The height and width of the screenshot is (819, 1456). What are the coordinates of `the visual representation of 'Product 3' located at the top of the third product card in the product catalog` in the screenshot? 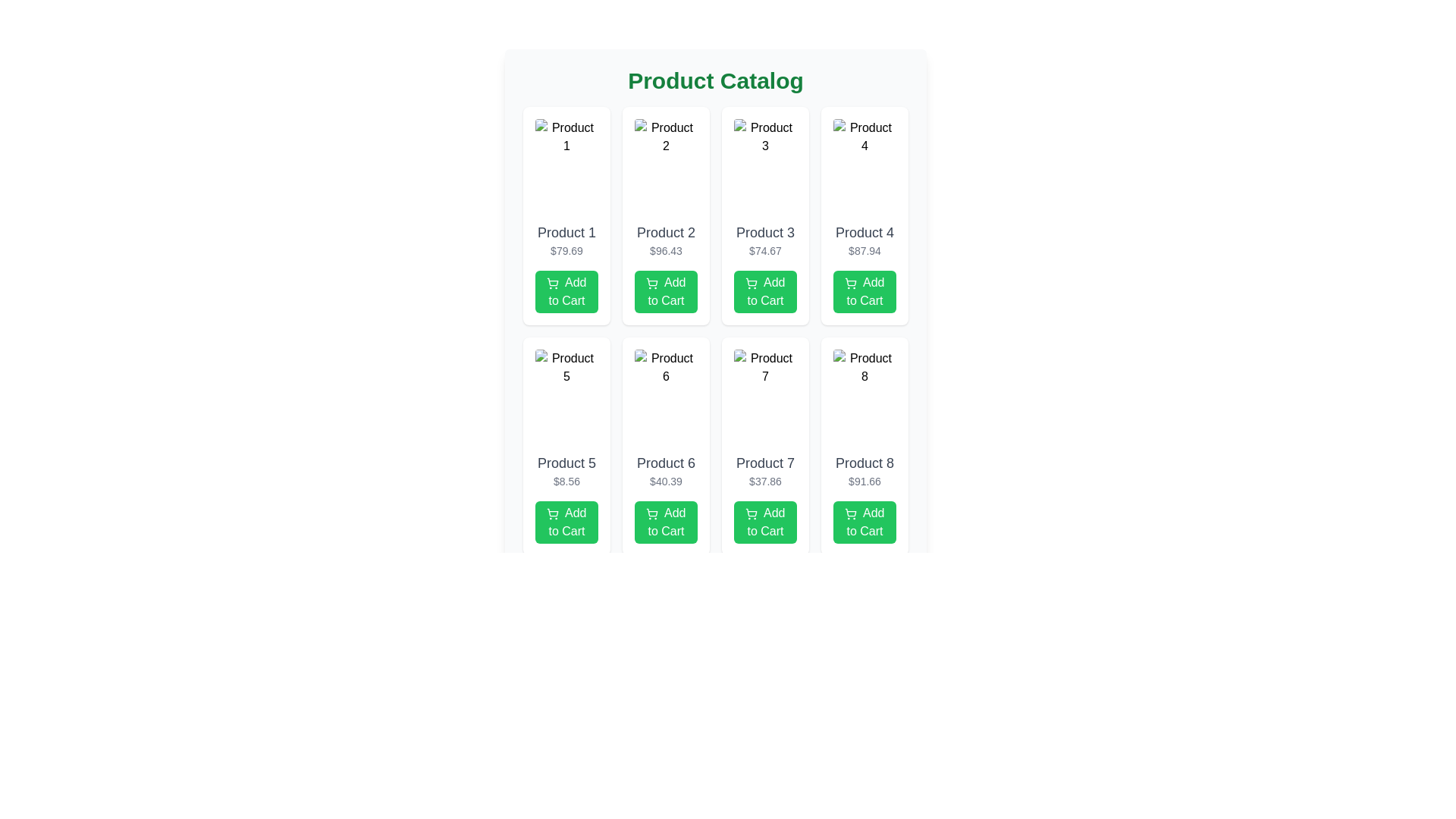 It's located at (765, 167).